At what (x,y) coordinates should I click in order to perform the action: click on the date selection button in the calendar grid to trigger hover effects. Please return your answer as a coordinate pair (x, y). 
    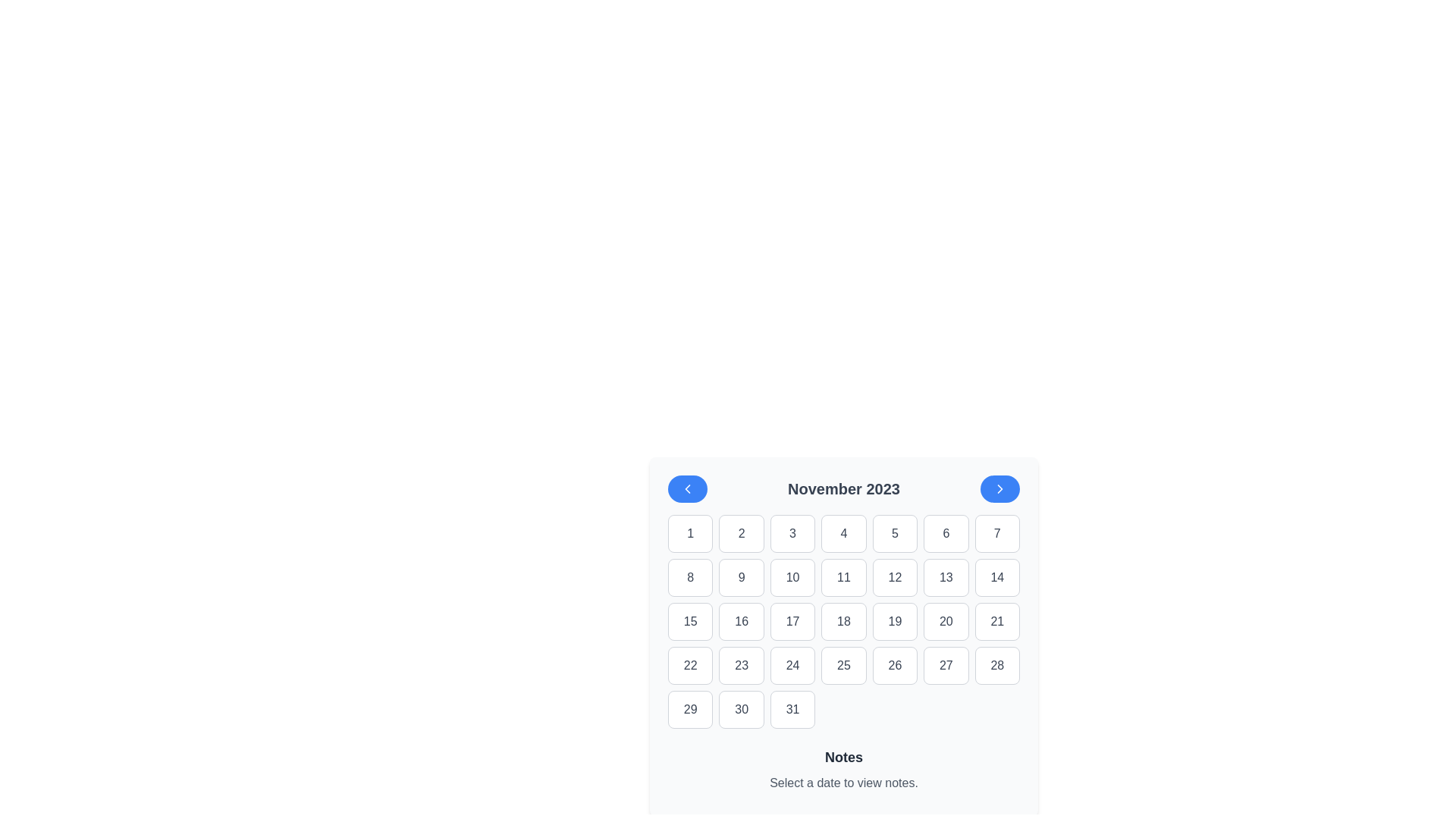
    Looking at the image, I should click on (895, 622).